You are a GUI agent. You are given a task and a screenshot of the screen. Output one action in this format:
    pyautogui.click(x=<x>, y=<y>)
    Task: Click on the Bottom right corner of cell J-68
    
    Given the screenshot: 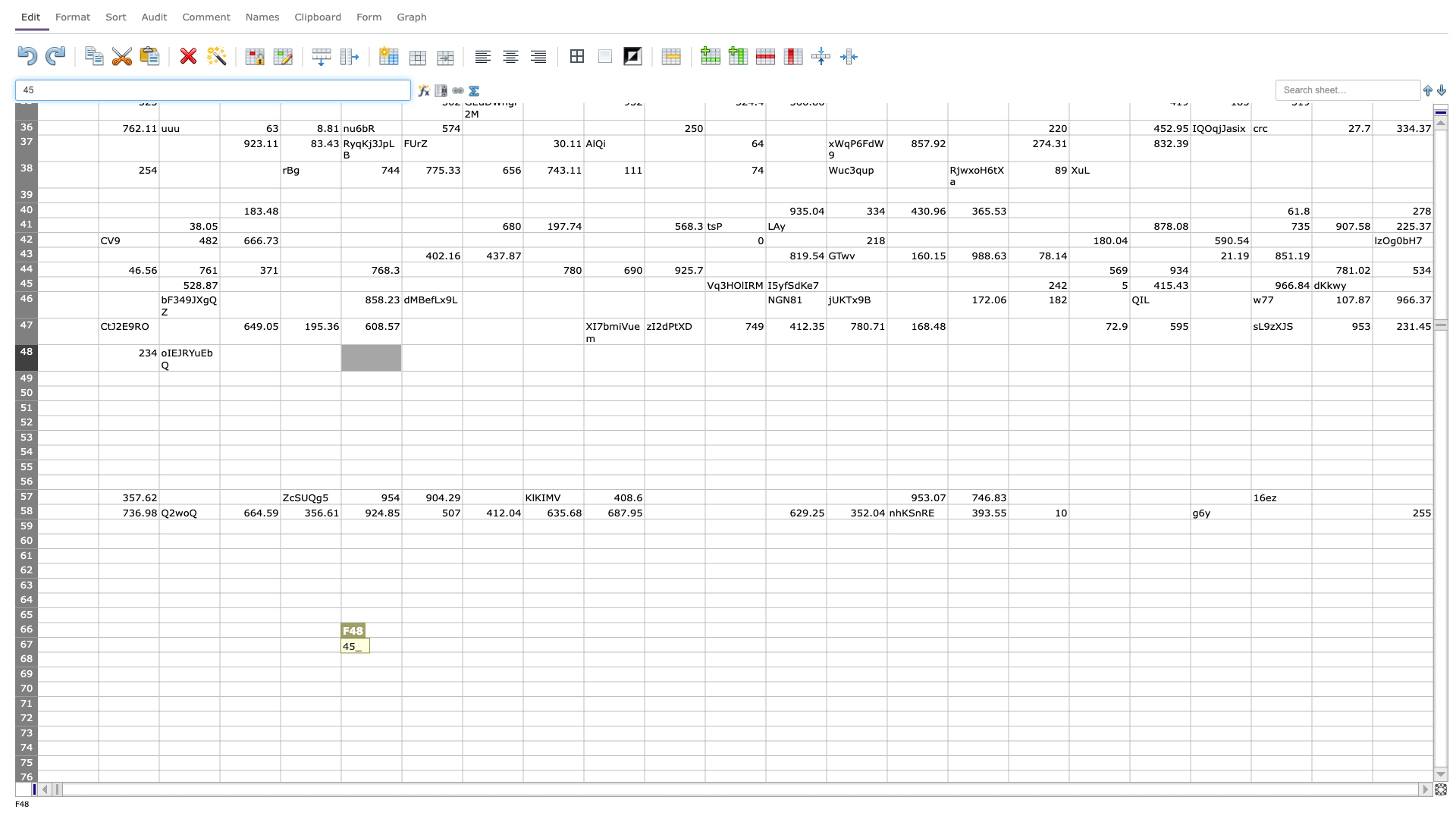 What is the action you would take?
    pyautogui.click(x=644, y=666)
    